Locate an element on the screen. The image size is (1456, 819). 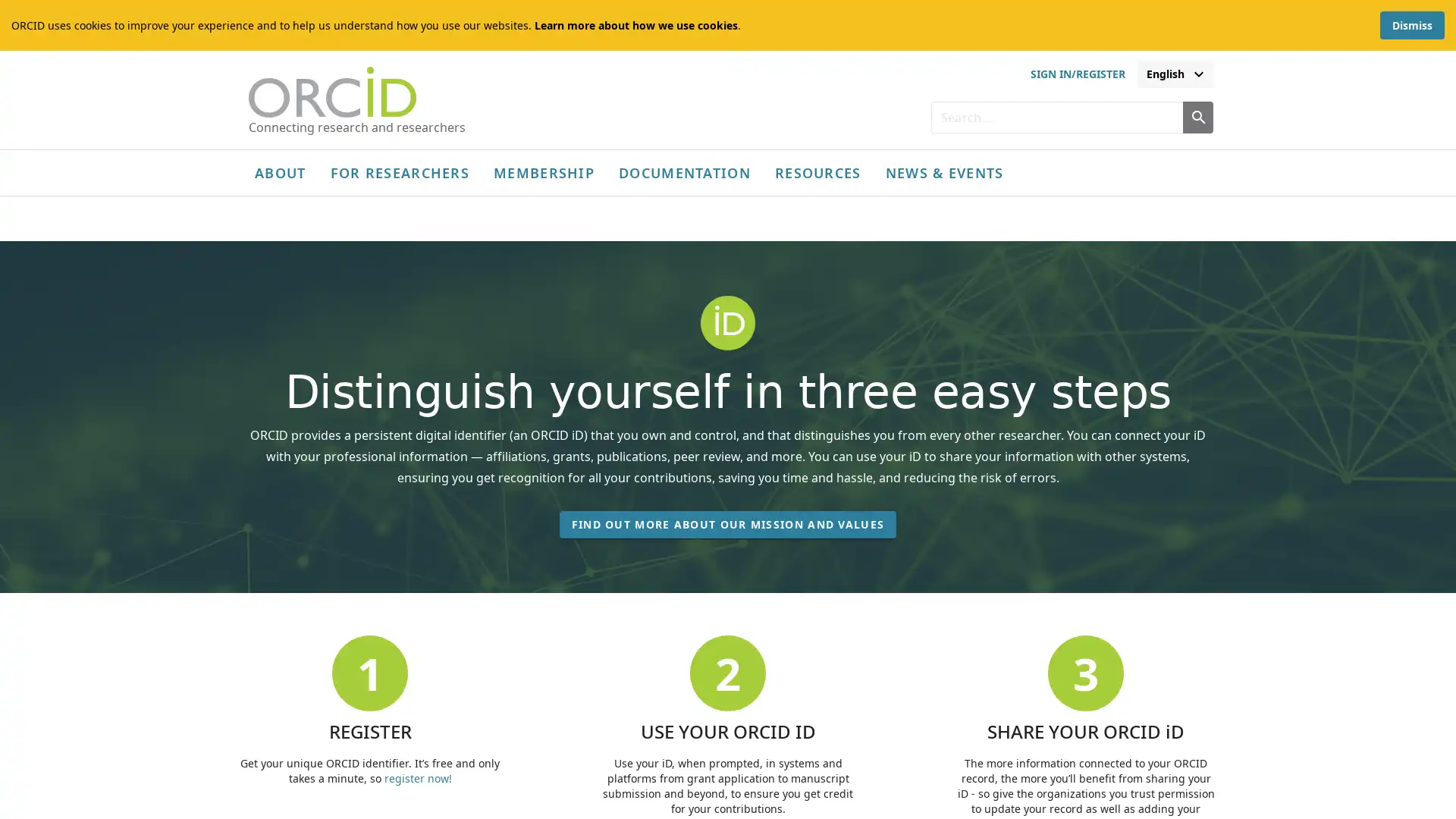
NEWS & EVENTS is located at coordinates (943, 171).